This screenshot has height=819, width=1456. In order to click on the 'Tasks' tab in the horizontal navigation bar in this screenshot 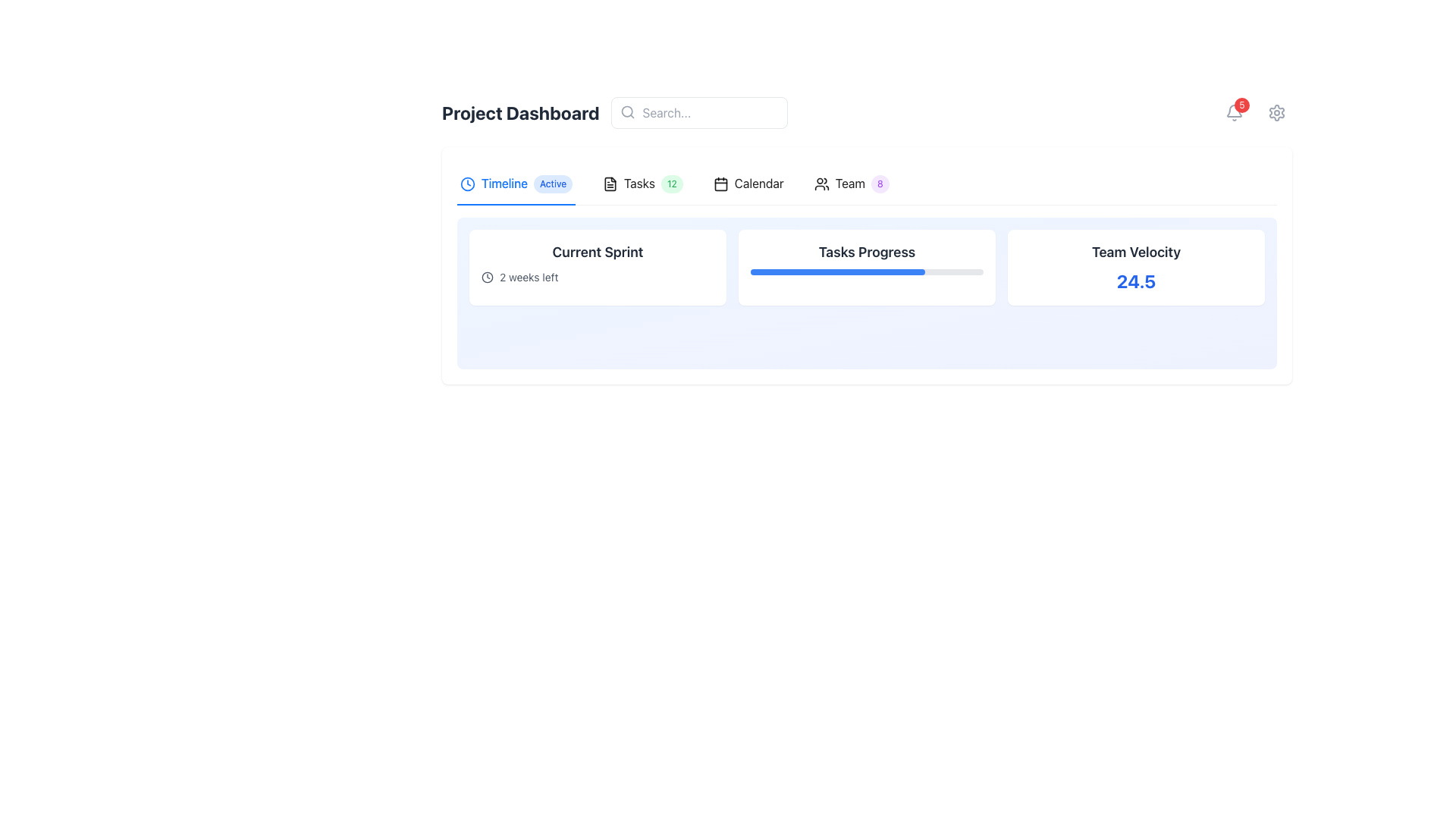, I will do `click(642, 183)`.